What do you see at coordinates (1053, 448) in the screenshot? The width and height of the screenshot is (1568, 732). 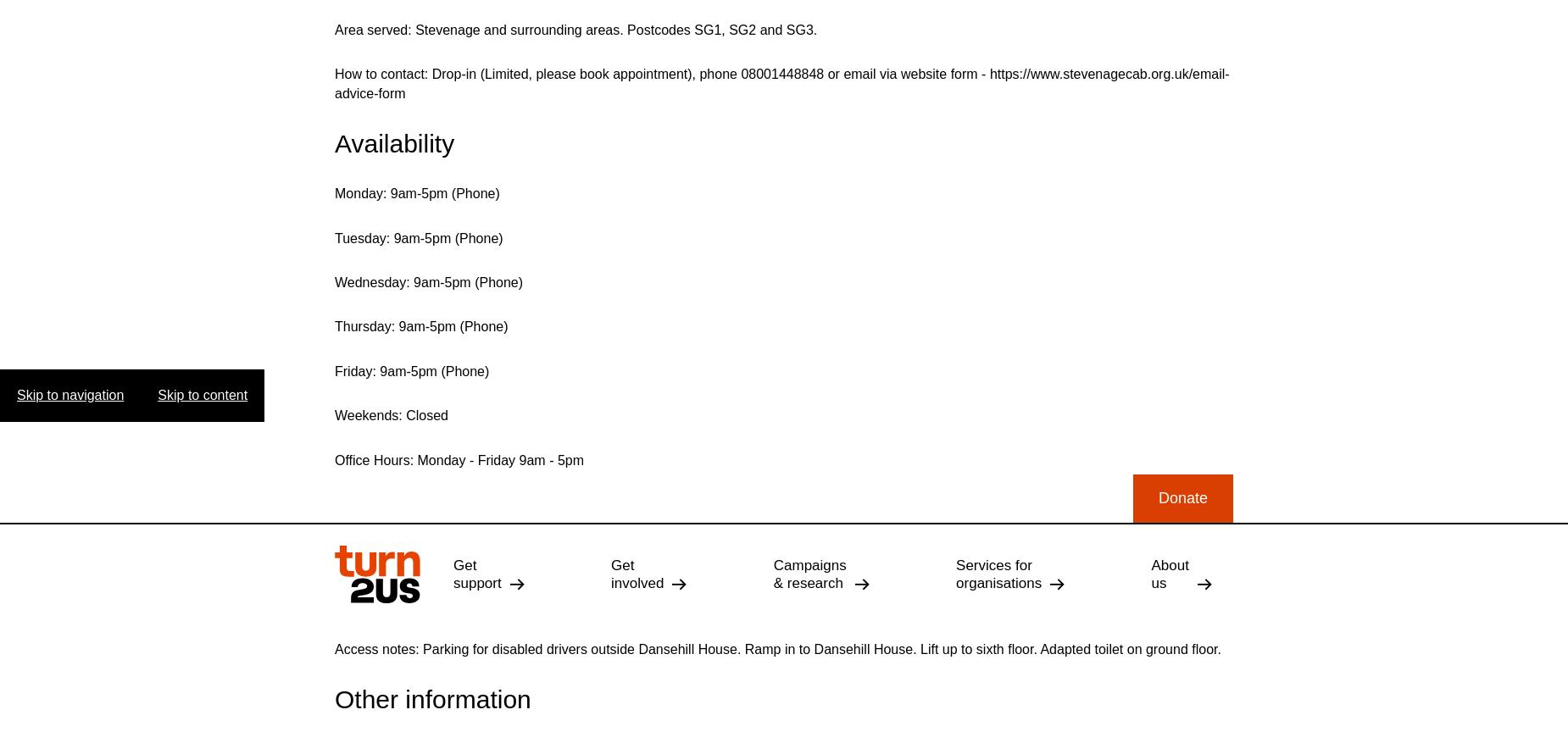 I see `'Back to top'` at bounding box center [1053, 448].